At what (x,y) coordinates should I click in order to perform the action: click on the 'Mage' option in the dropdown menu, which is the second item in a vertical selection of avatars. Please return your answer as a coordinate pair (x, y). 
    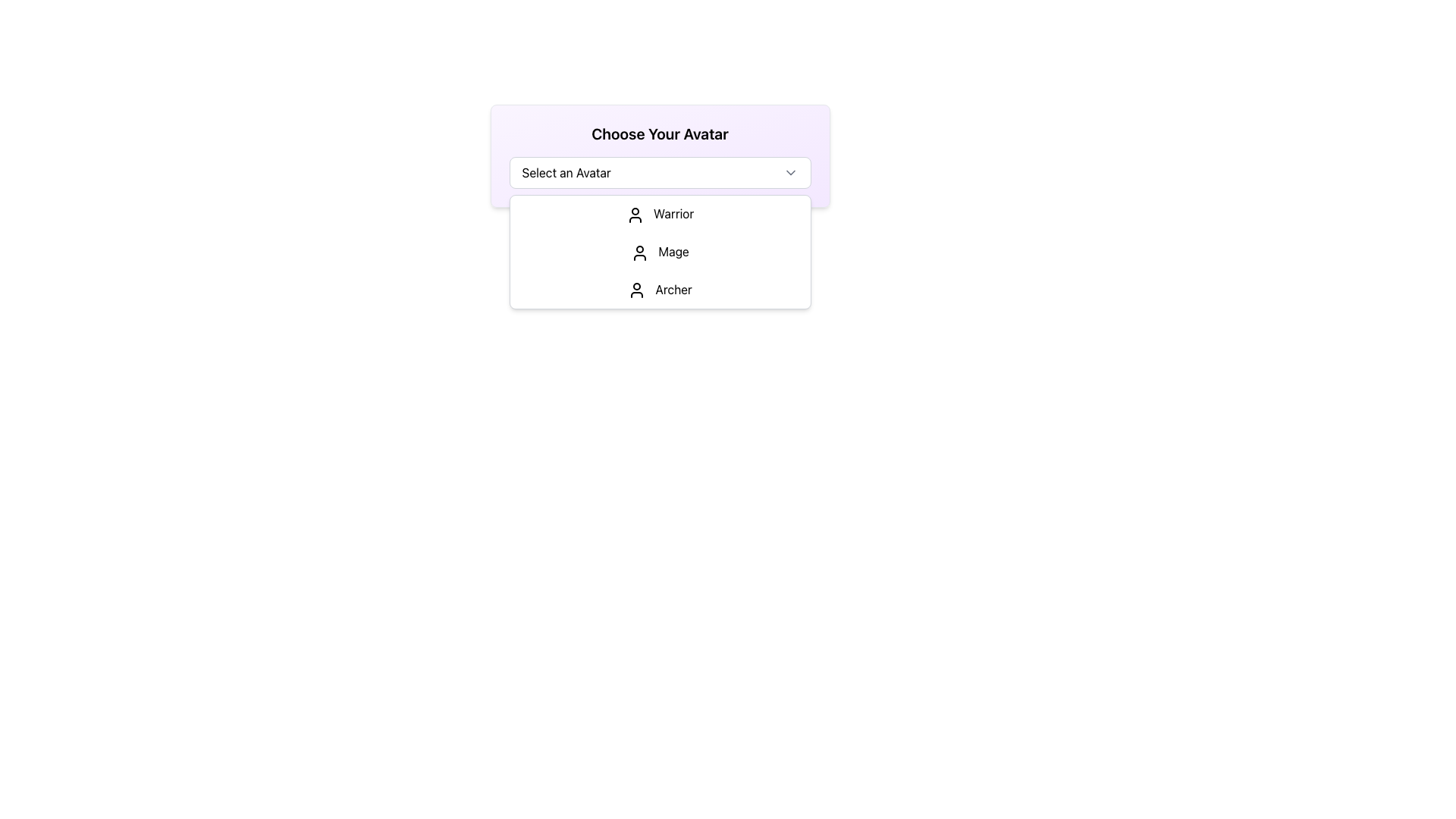
    Looking at the image, I should click on (660, 251).